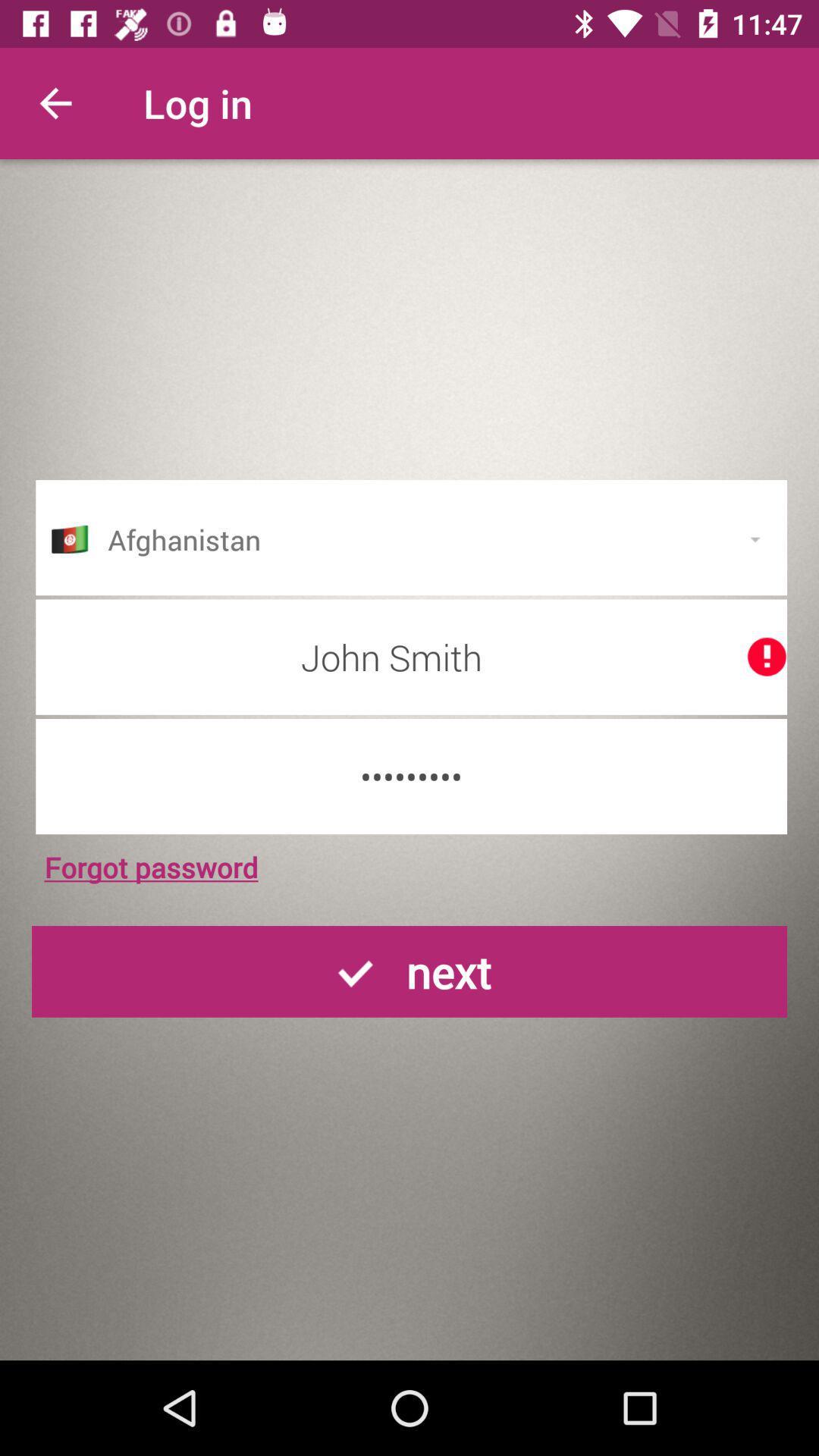 The width and height of the screenshot is (819, 1456). I want to click on the john smith icon, so click(411, 657).